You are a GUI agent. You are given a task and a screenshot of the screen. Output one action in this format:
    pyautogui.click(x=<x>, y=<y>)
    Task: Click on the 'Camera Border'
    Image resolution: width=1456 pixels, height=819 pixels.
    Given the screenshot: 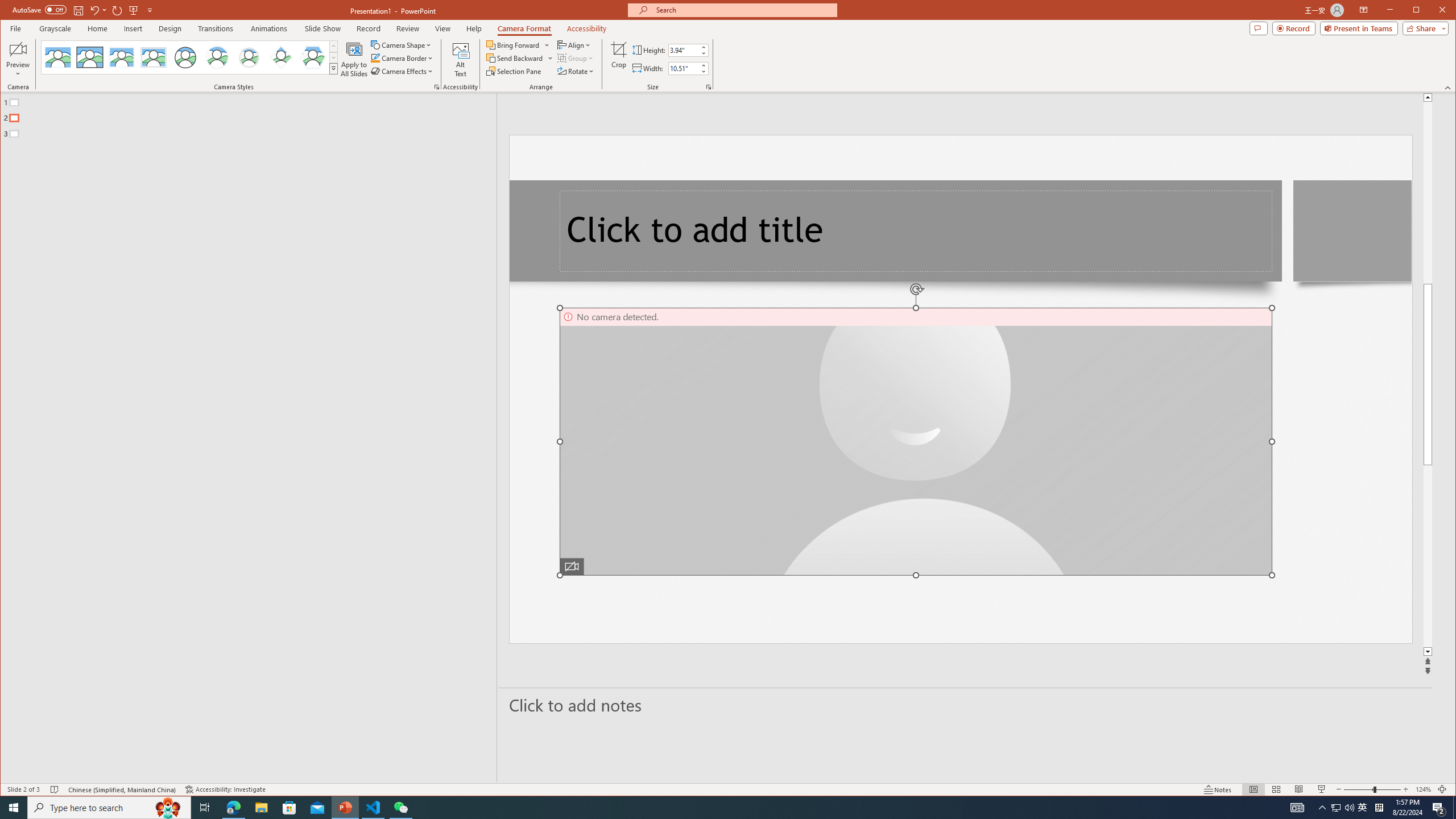 What is the action you would take?
    pyautogui.click(x=402, y=58)
    